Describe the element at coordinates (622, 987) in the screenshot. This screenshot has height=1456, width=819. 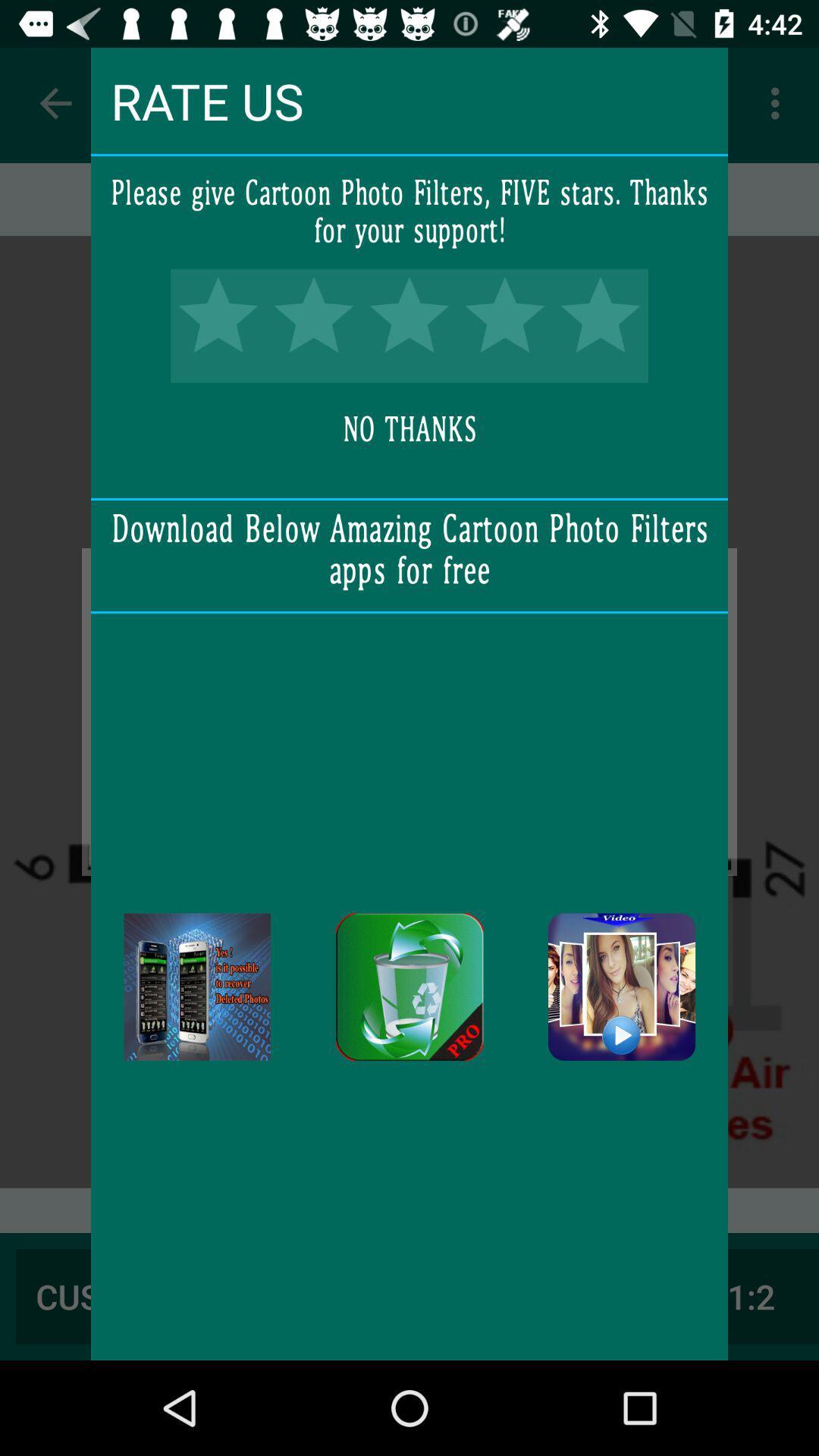
I see `icon at the bottom right corner` at that location.